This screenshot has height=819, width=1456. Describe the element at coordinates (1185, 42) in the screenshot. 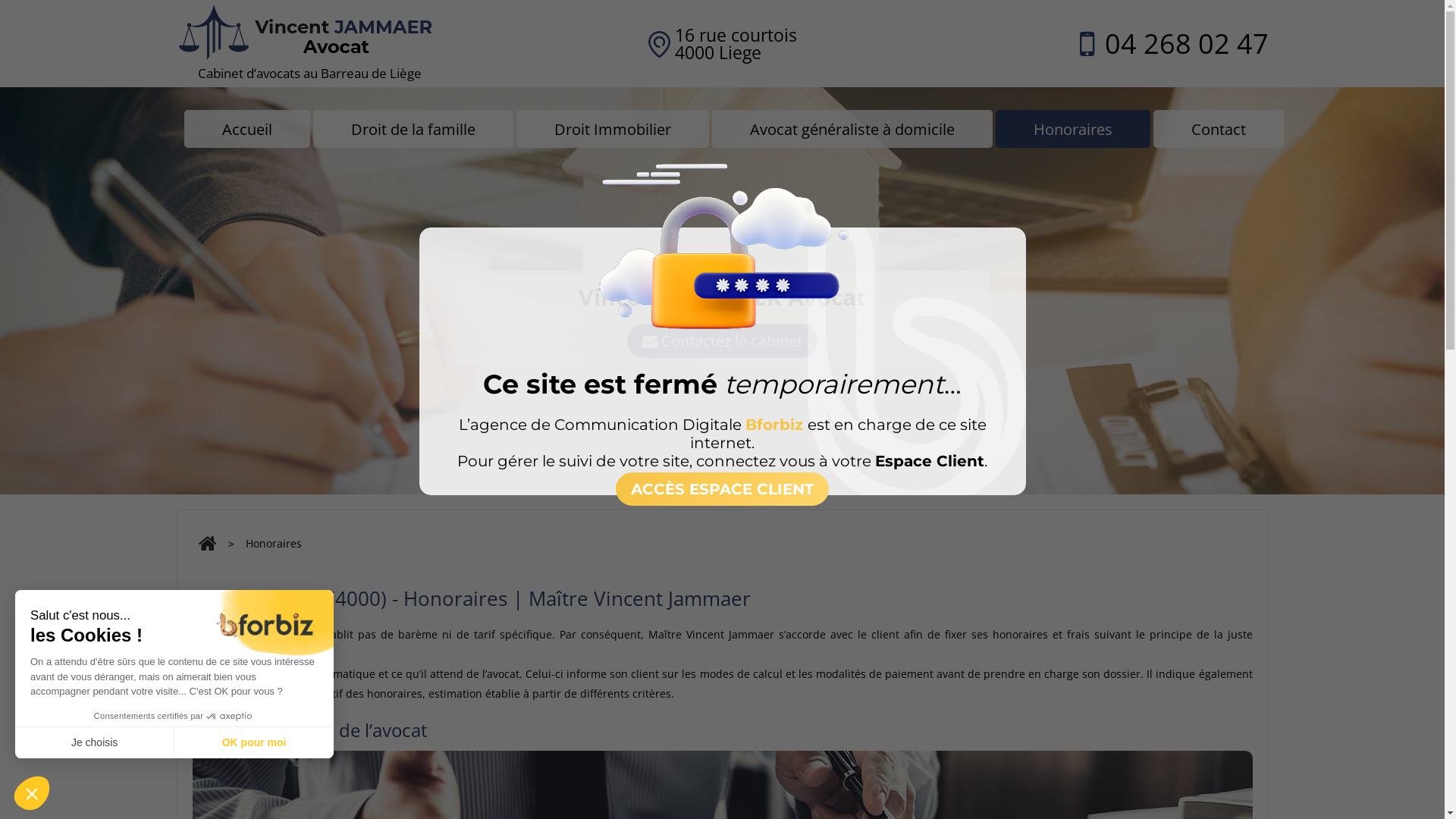

I see `'04 268 02 47'` at that location.